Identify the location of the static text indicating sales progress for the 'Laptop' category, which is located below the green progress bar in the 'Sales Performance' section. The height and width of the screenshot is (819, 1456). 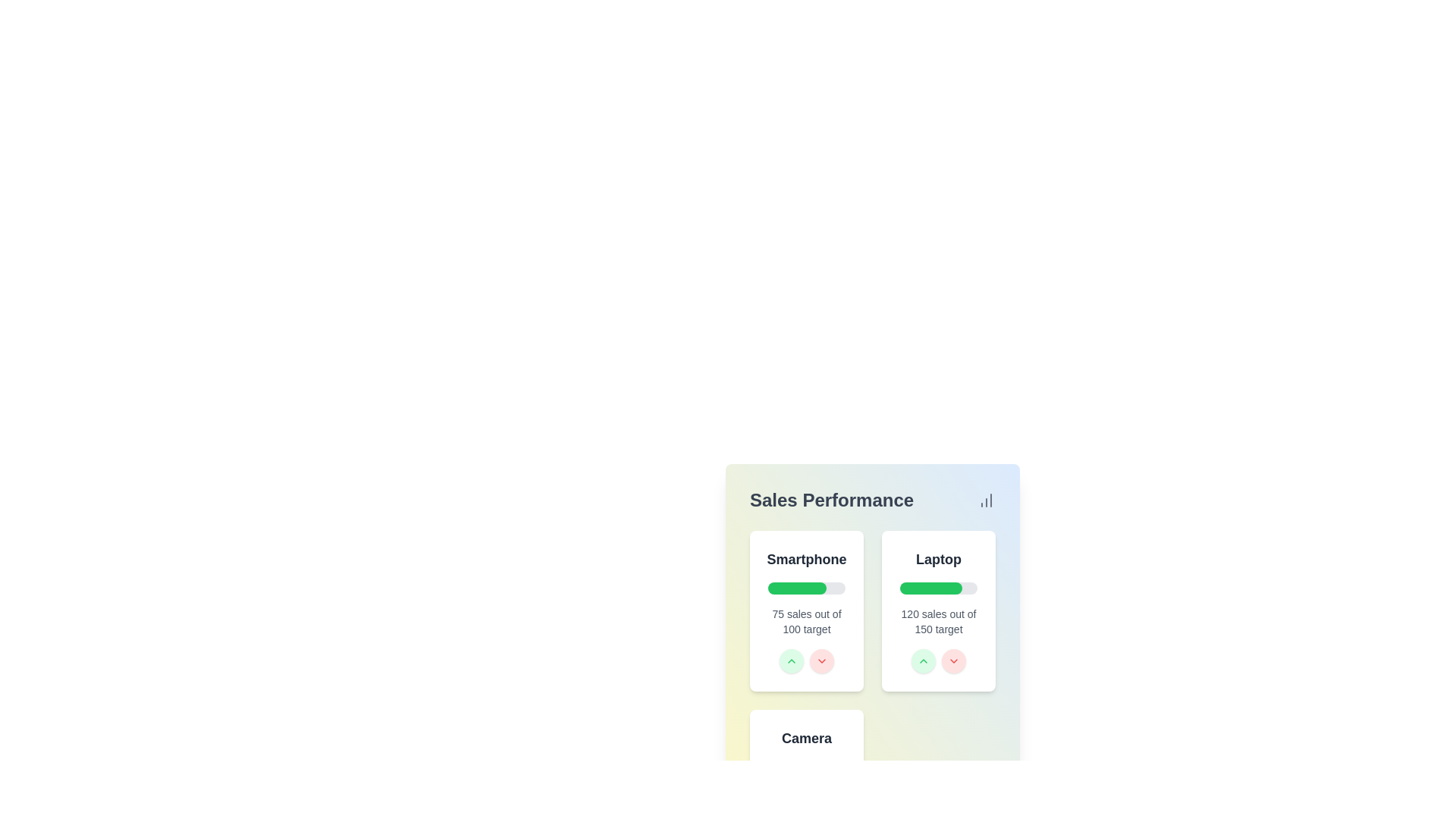
(938, 622).